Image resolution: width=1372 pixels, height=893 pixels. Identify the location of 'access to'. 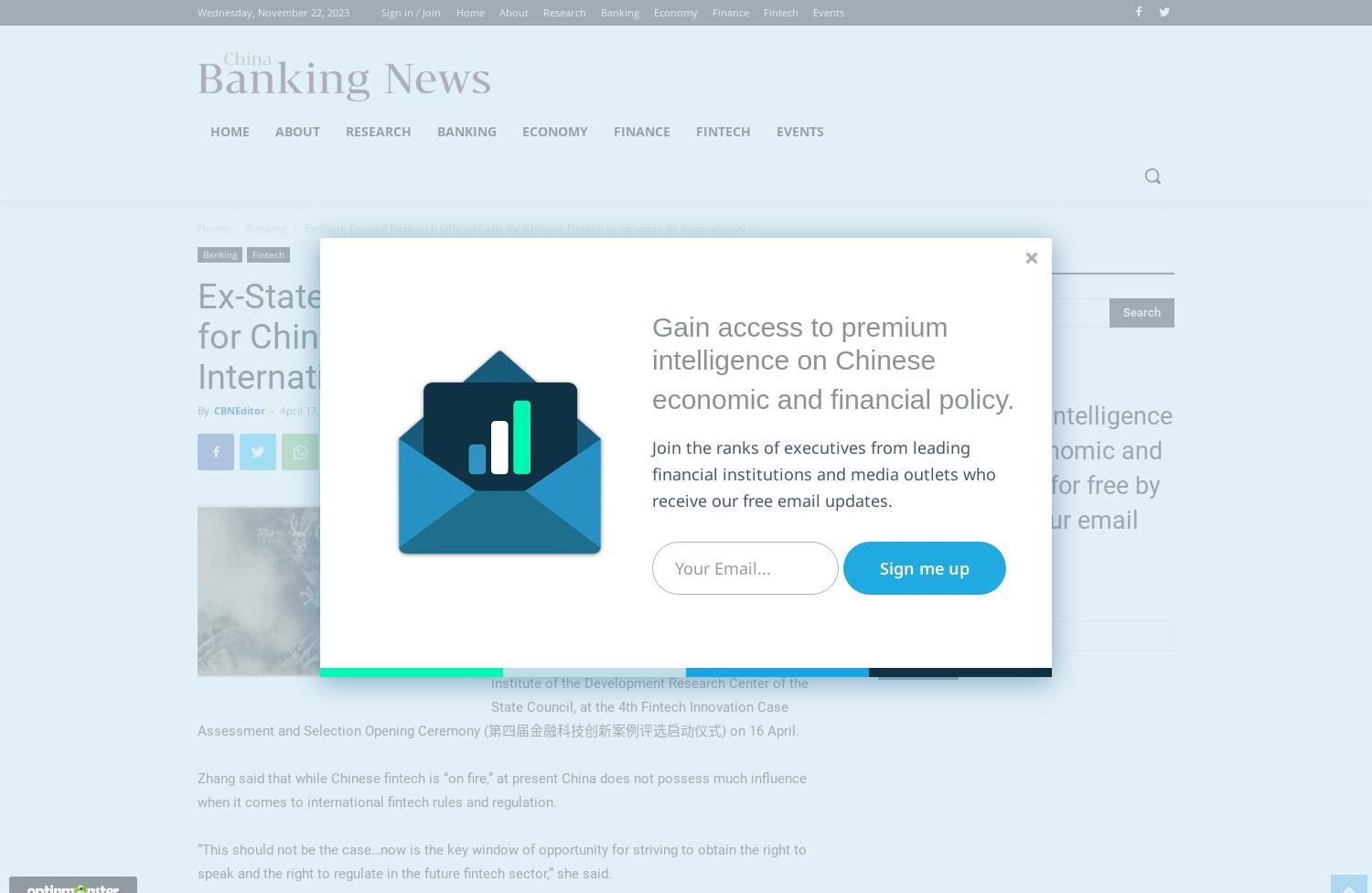
(717, 327).